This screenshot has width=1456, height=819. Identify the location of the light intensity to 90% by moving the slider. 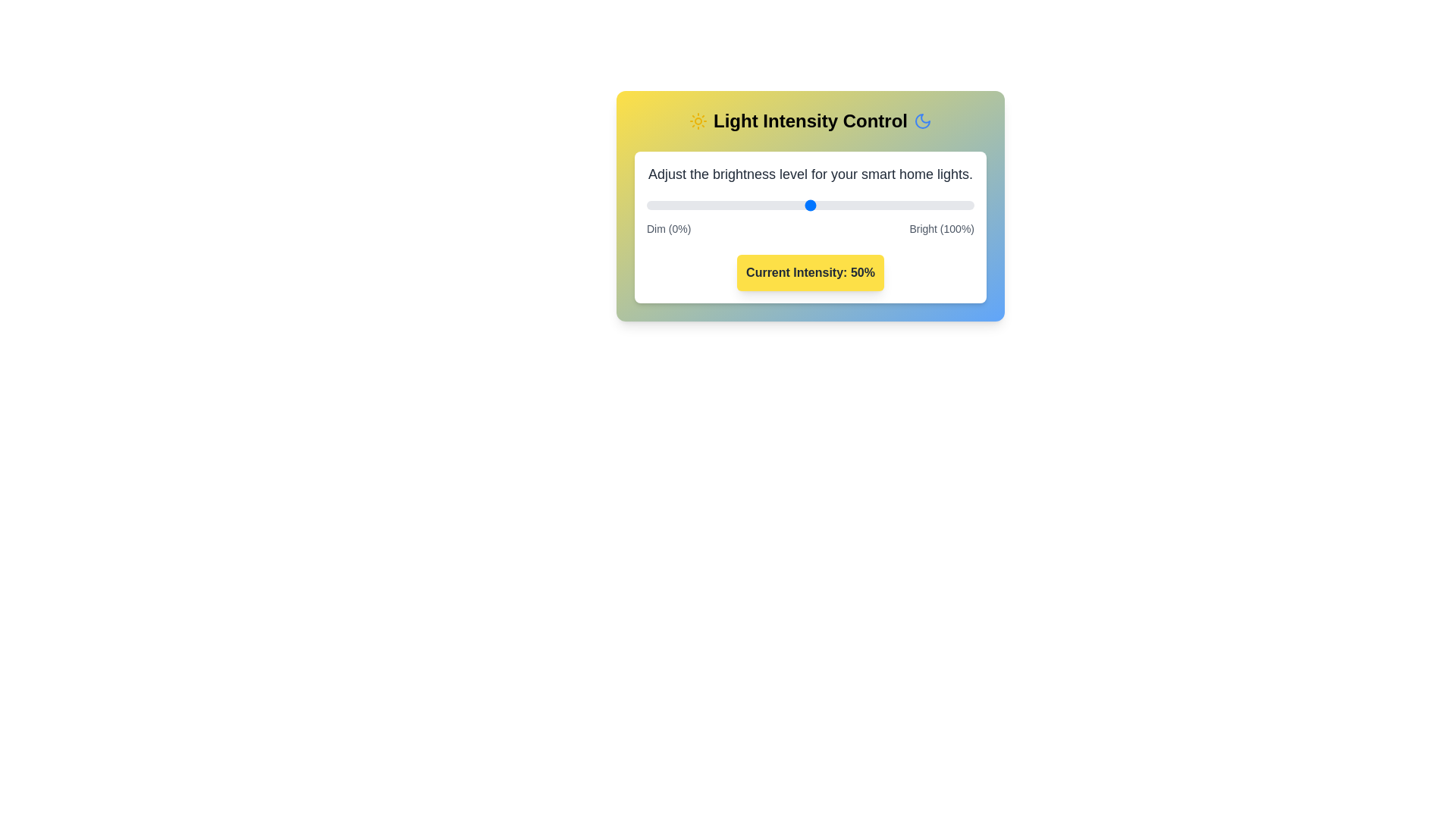
(940, 205).